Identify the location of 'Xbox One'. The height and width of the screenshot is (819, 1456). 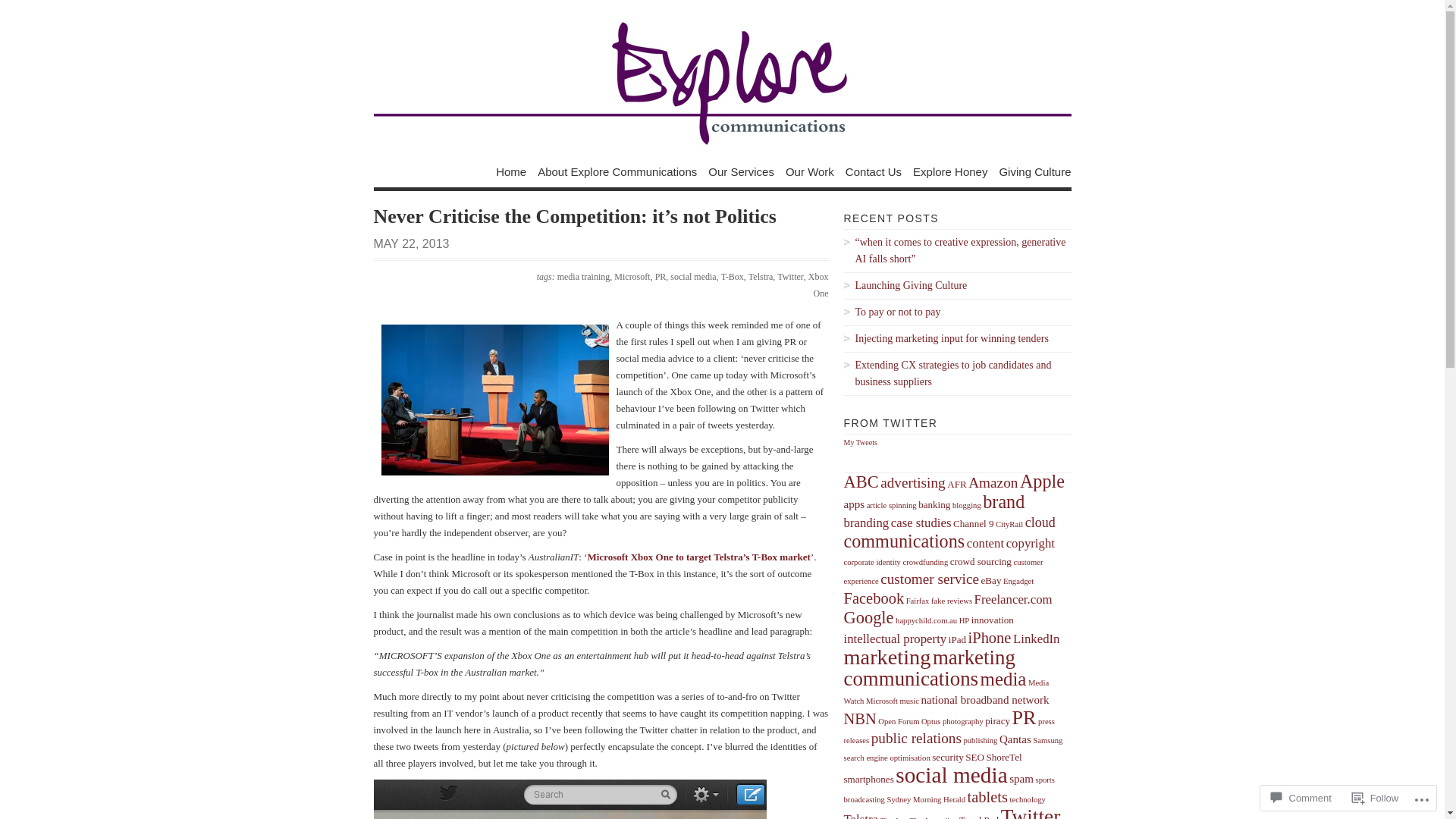
(817, 284).